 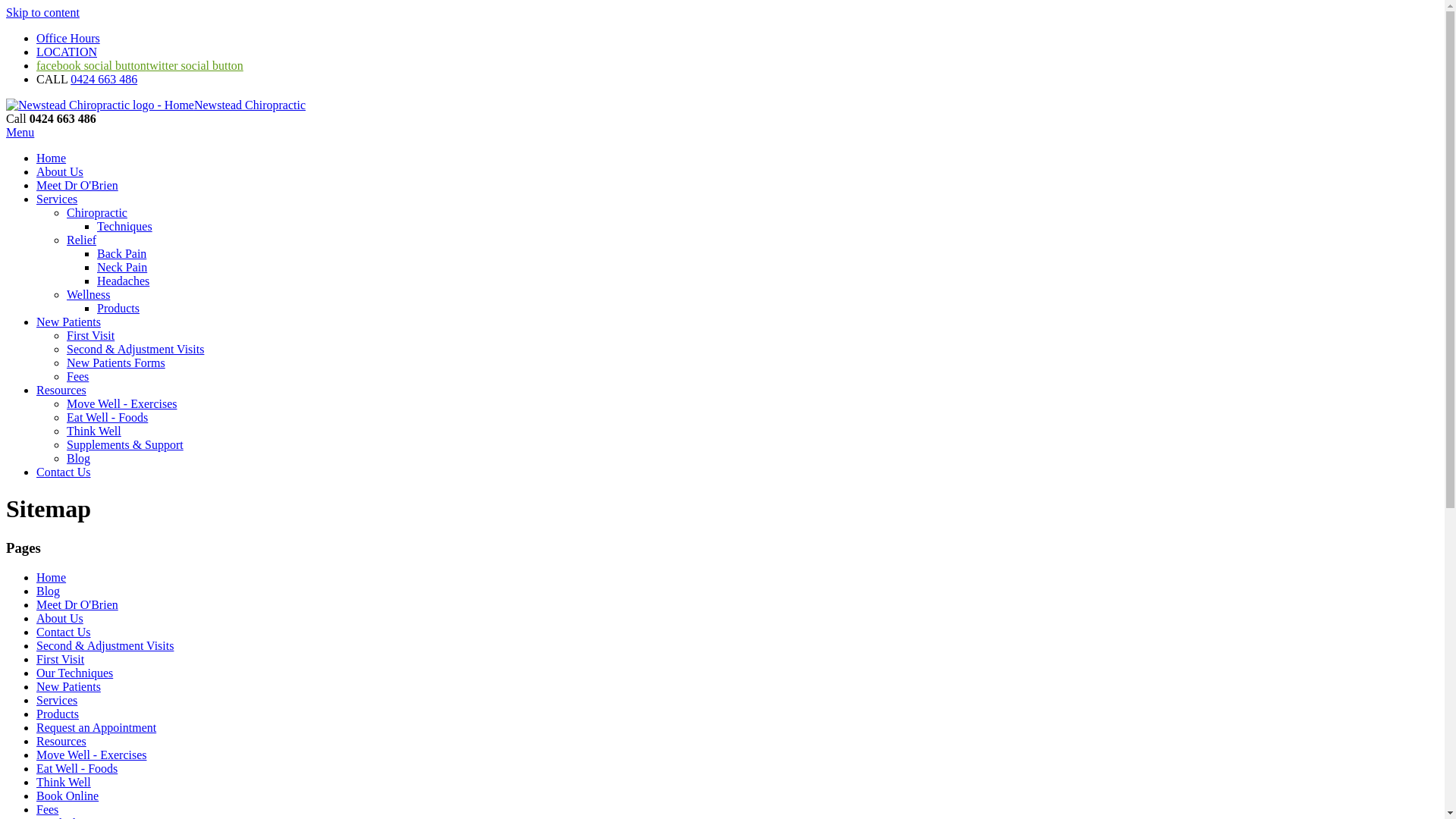 What do you see at coordinates (77, 375) in the screenshot?
I see `'Fees'` at bounding box center [77, 375].